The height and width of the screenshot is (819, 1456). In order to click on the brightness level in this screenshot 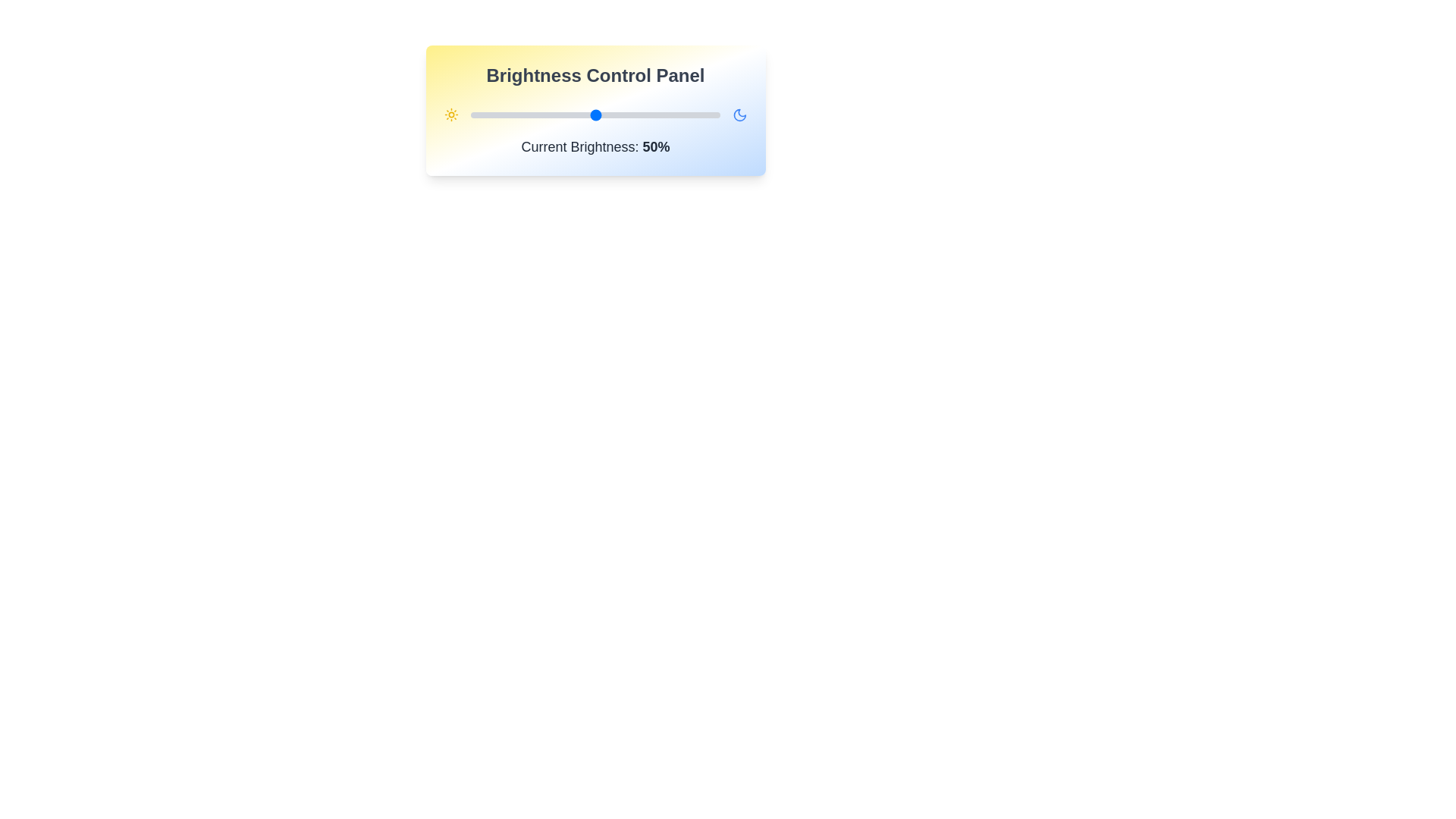, I will do `click(717, 114)`.